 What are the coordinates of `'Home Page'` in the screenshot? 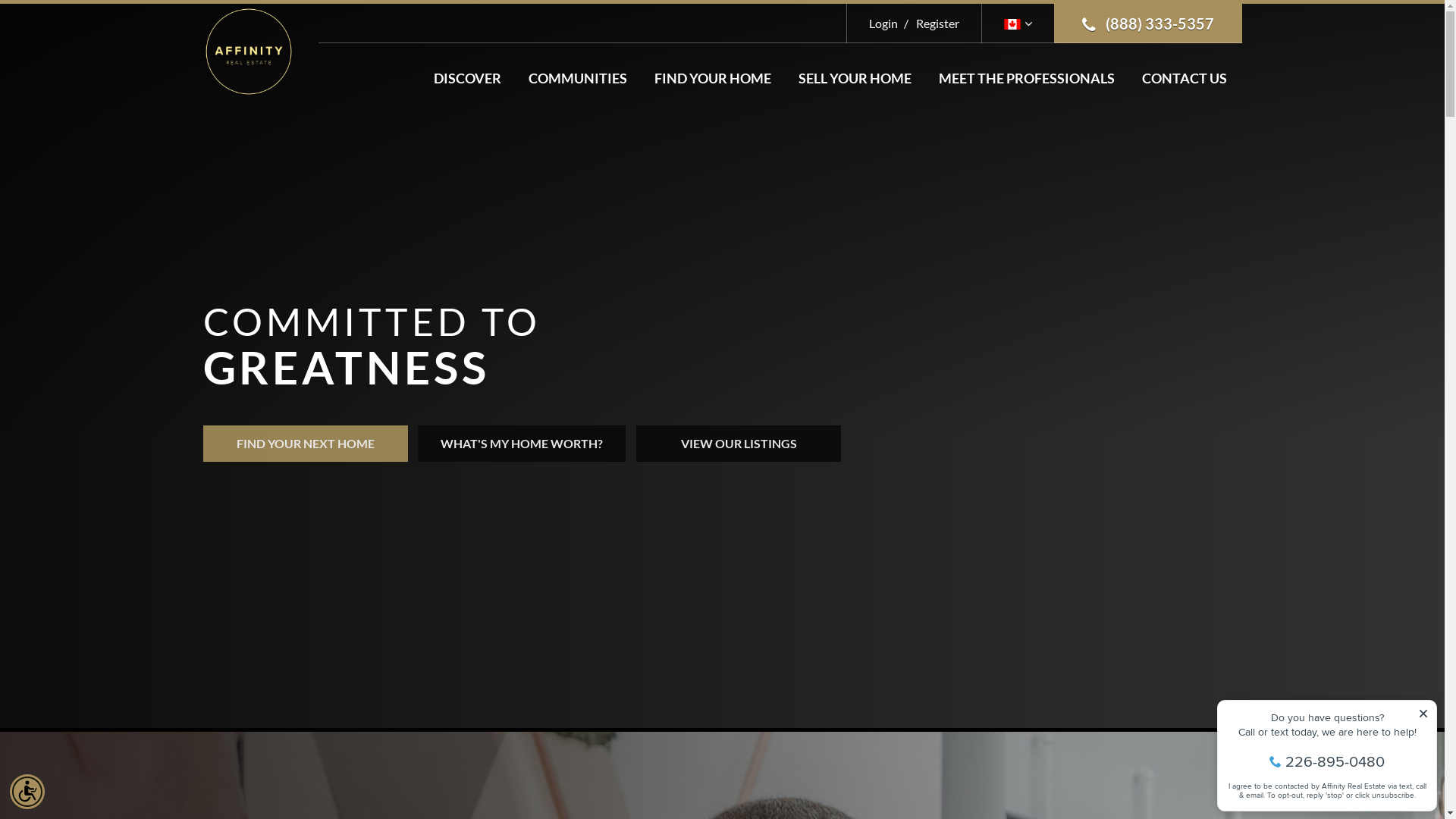 It's located at (202, 49).